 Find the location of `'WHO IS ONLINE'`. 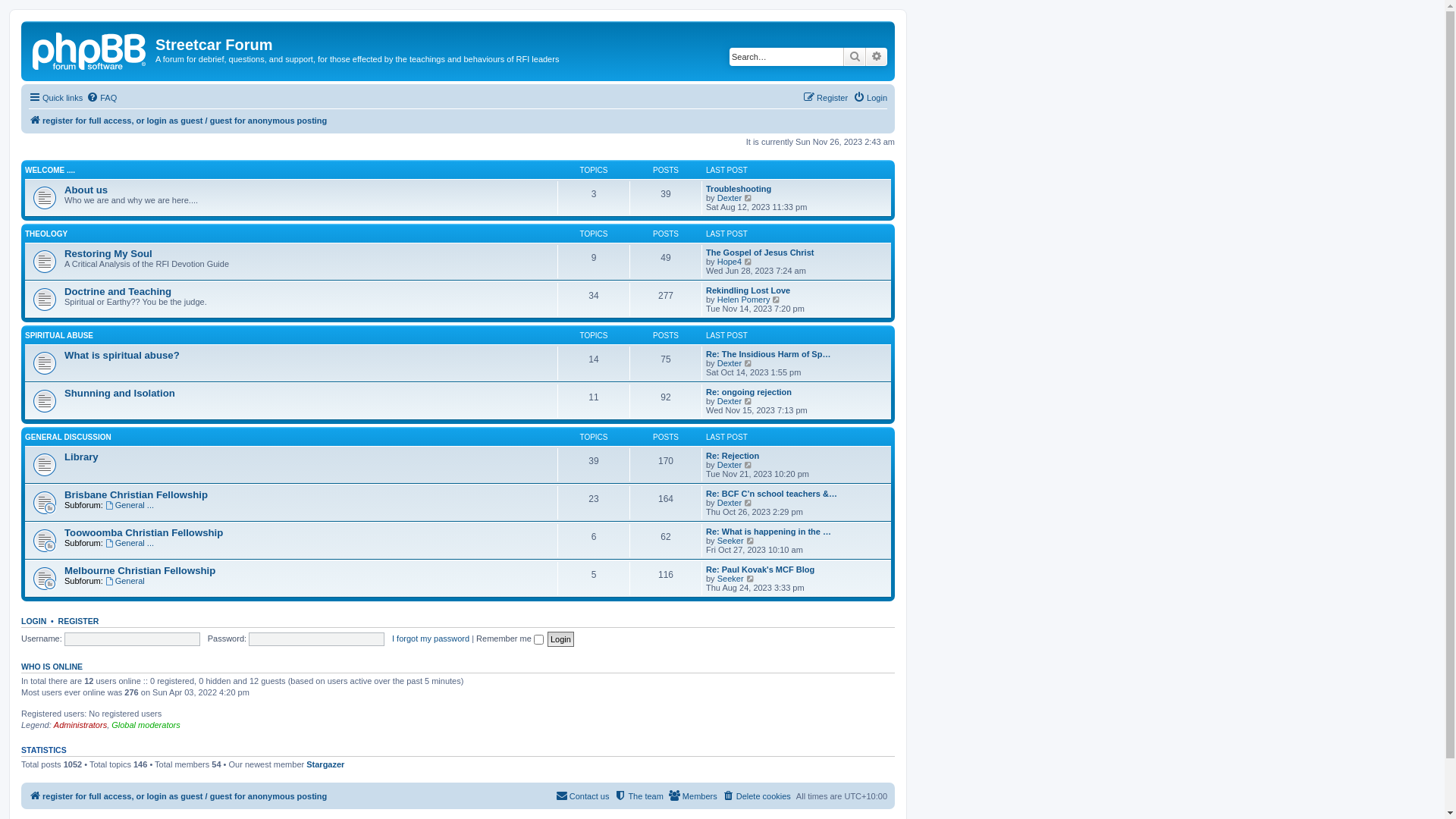

'WHO IS ONLINE' is located at coordinates (21, 666).